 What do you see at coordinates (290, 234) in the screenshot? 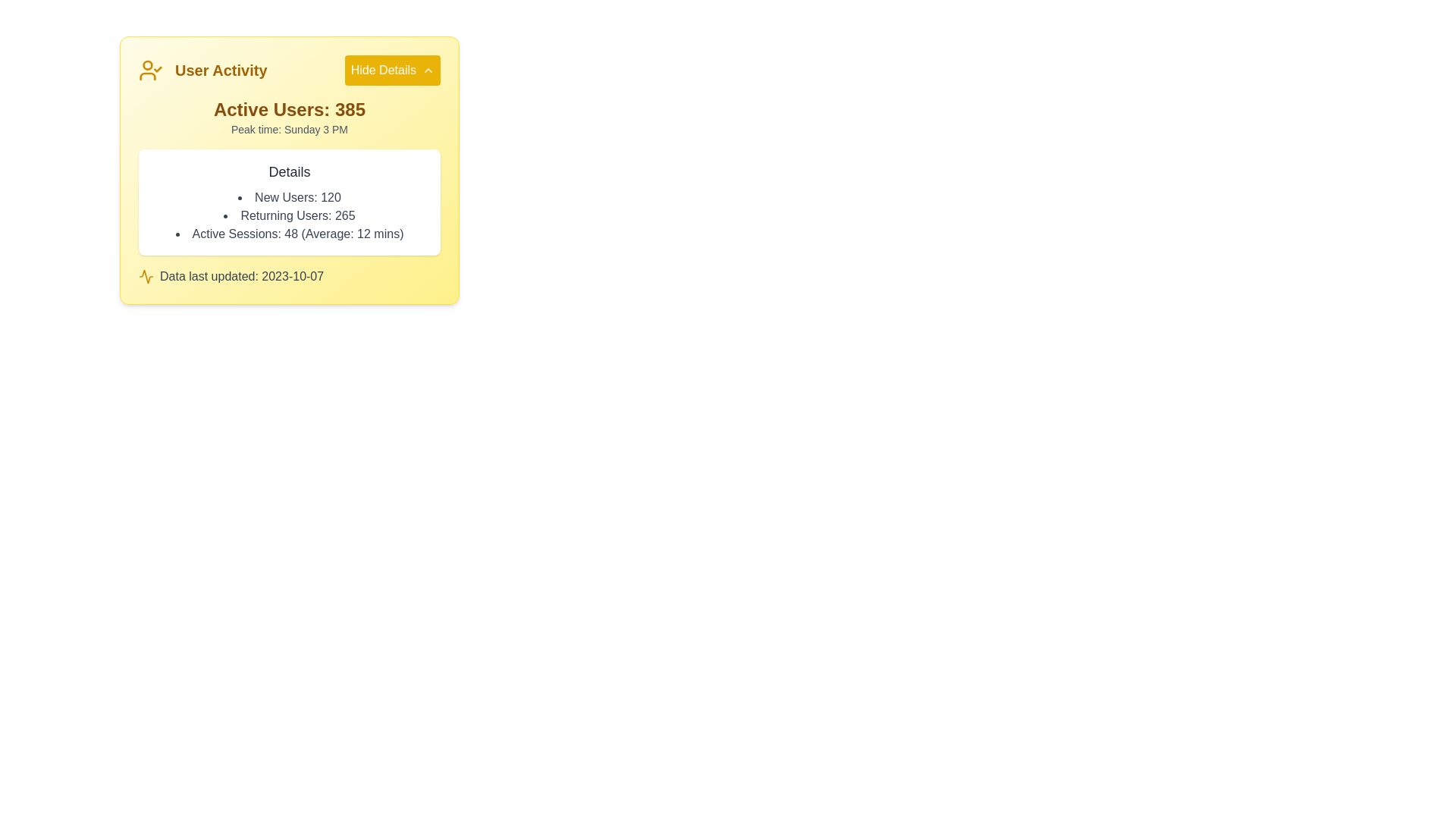
I see `the text label displaying 'Active Sessions: 48 (Average: 12 mins)' to highlight it` at bounding box center [290, 234].